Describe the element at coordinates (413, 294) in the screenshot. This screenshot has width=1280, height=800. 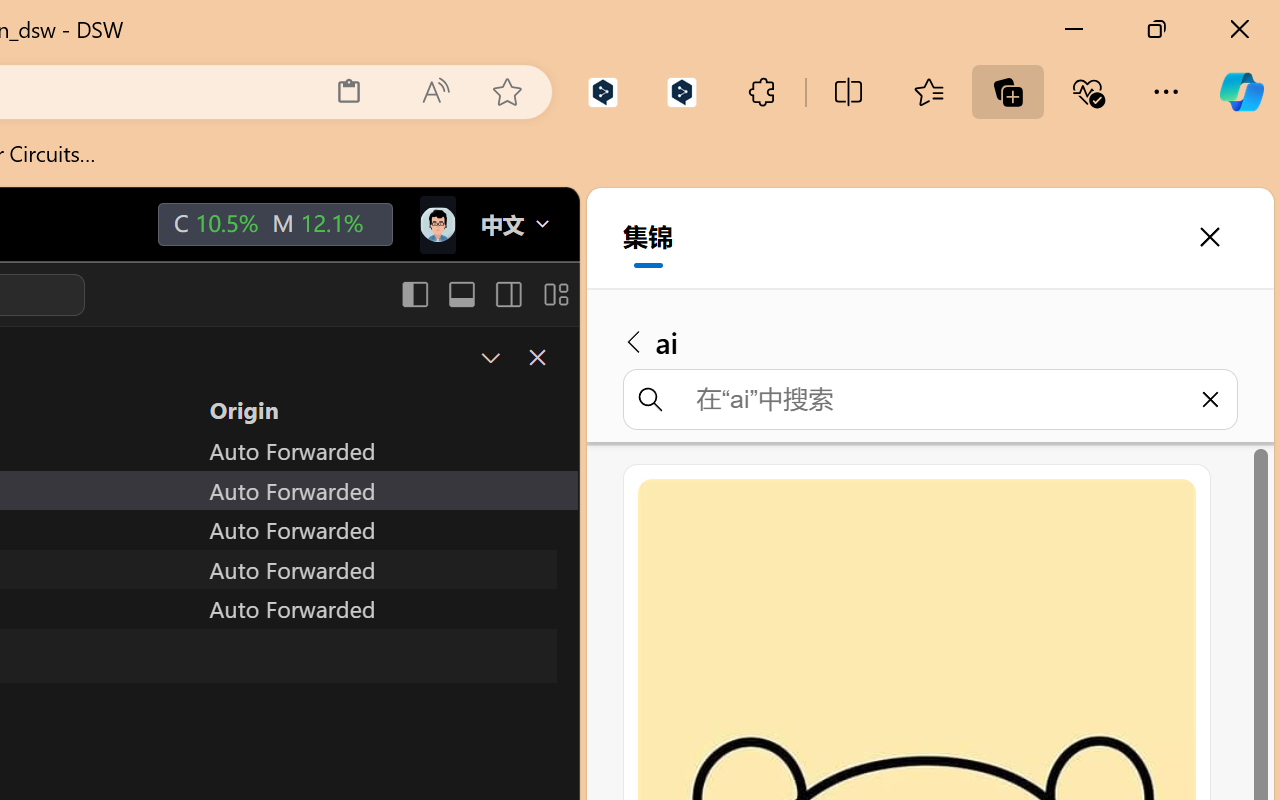
I see `'Toggle Primary Side Bar (Ctrl+B)'` at that location.